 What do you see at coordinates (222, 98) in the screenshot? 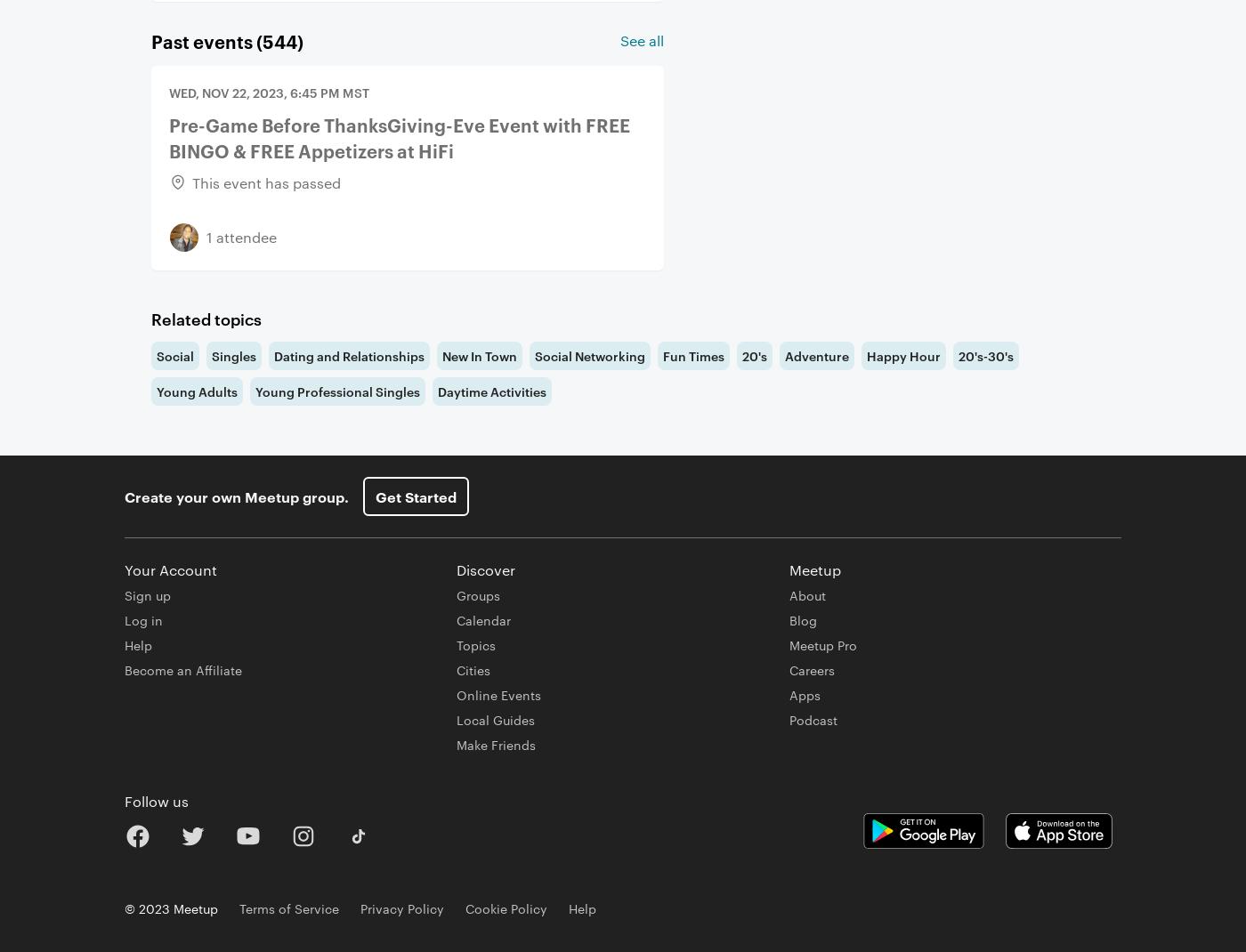
I see `'-15% Off your tab.'` at bounding box center [222, 98].